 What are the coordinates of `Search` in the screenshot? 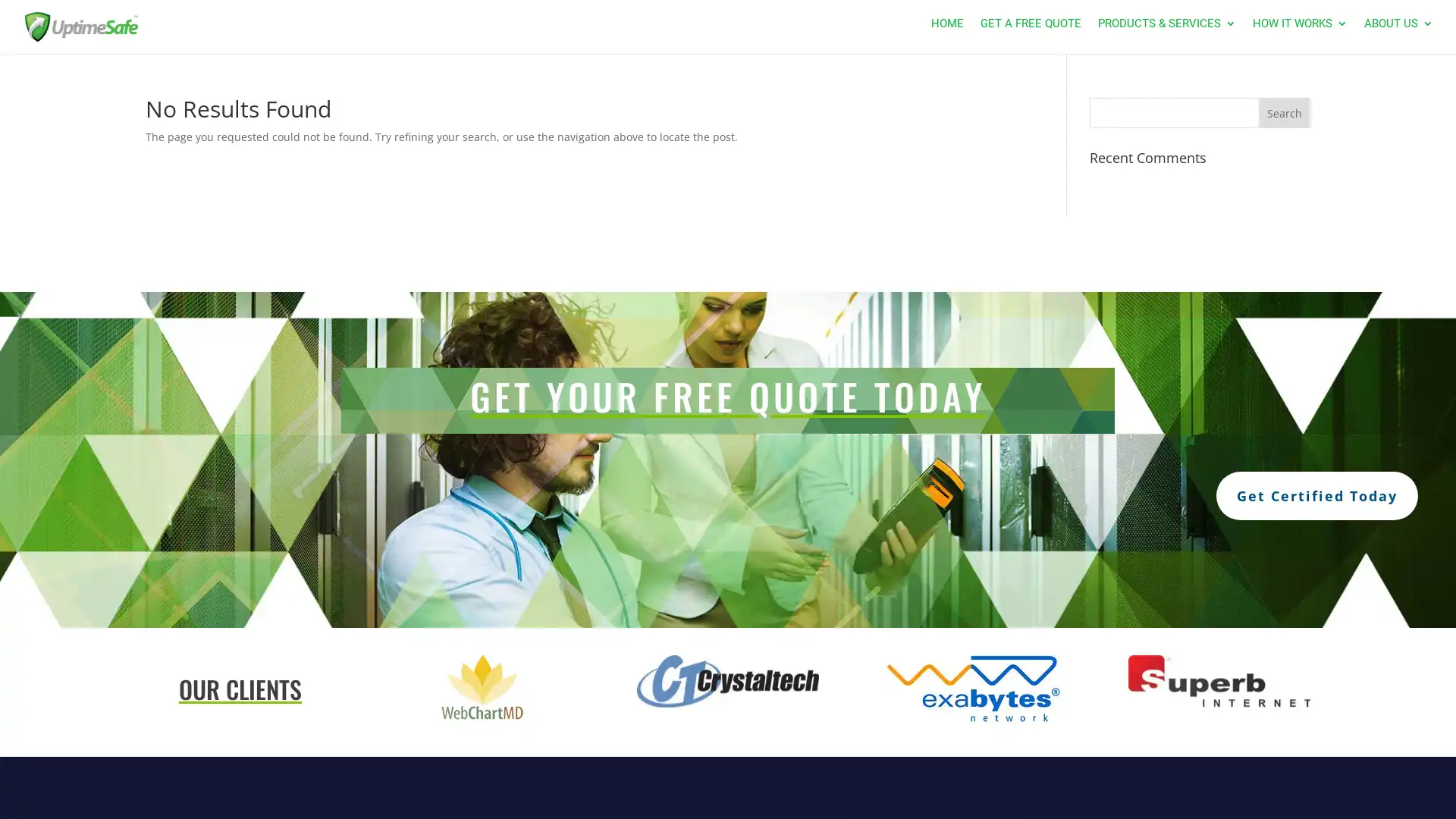 It's located at (1283, 112).